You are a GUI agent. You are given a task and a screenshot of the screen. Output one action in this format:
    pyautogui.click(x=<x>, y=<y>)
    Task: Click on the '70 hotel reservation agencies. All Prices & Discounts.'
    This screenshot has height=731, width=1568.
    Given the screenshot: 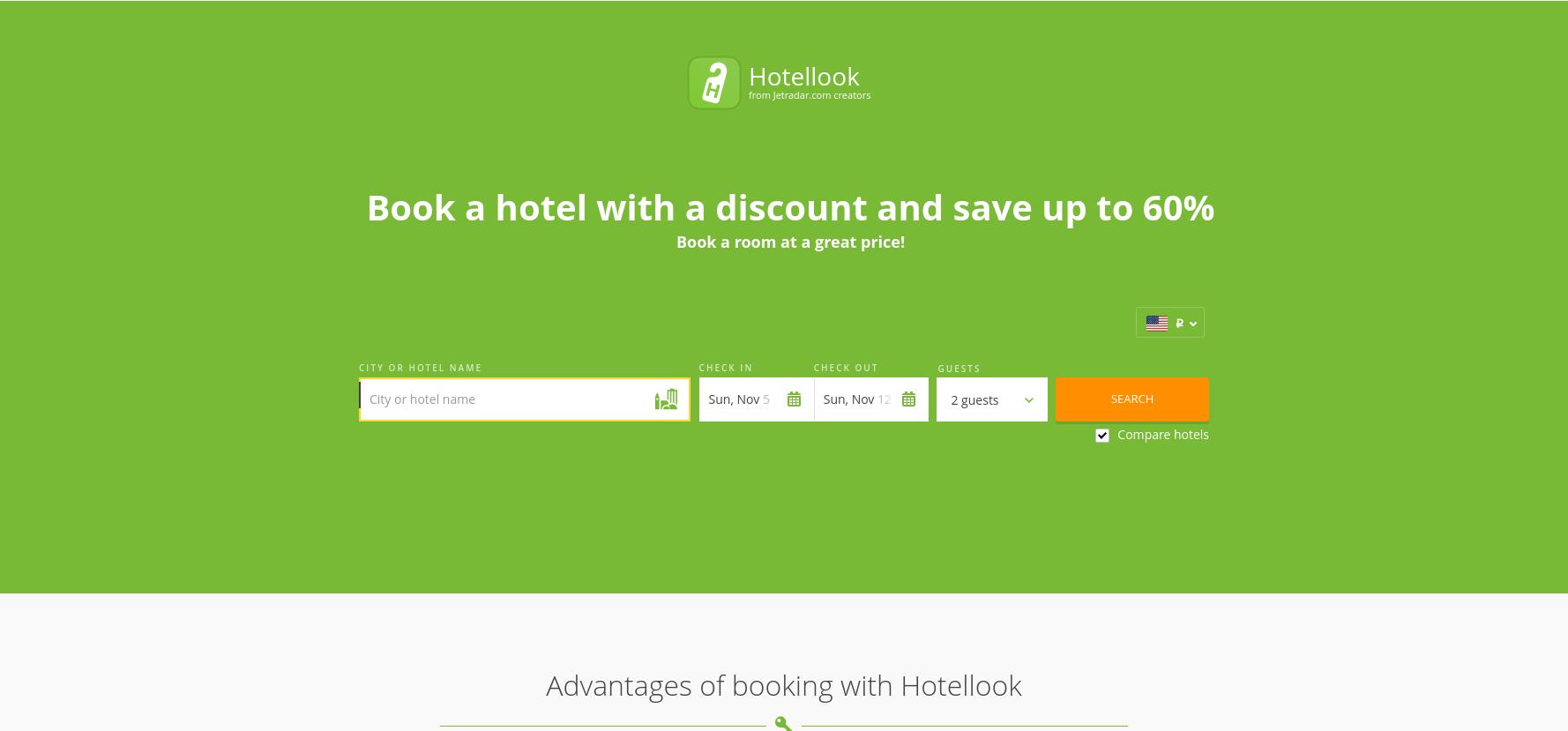 What is the action you would take?
    pyautogui.click(x=452, y=554)
    